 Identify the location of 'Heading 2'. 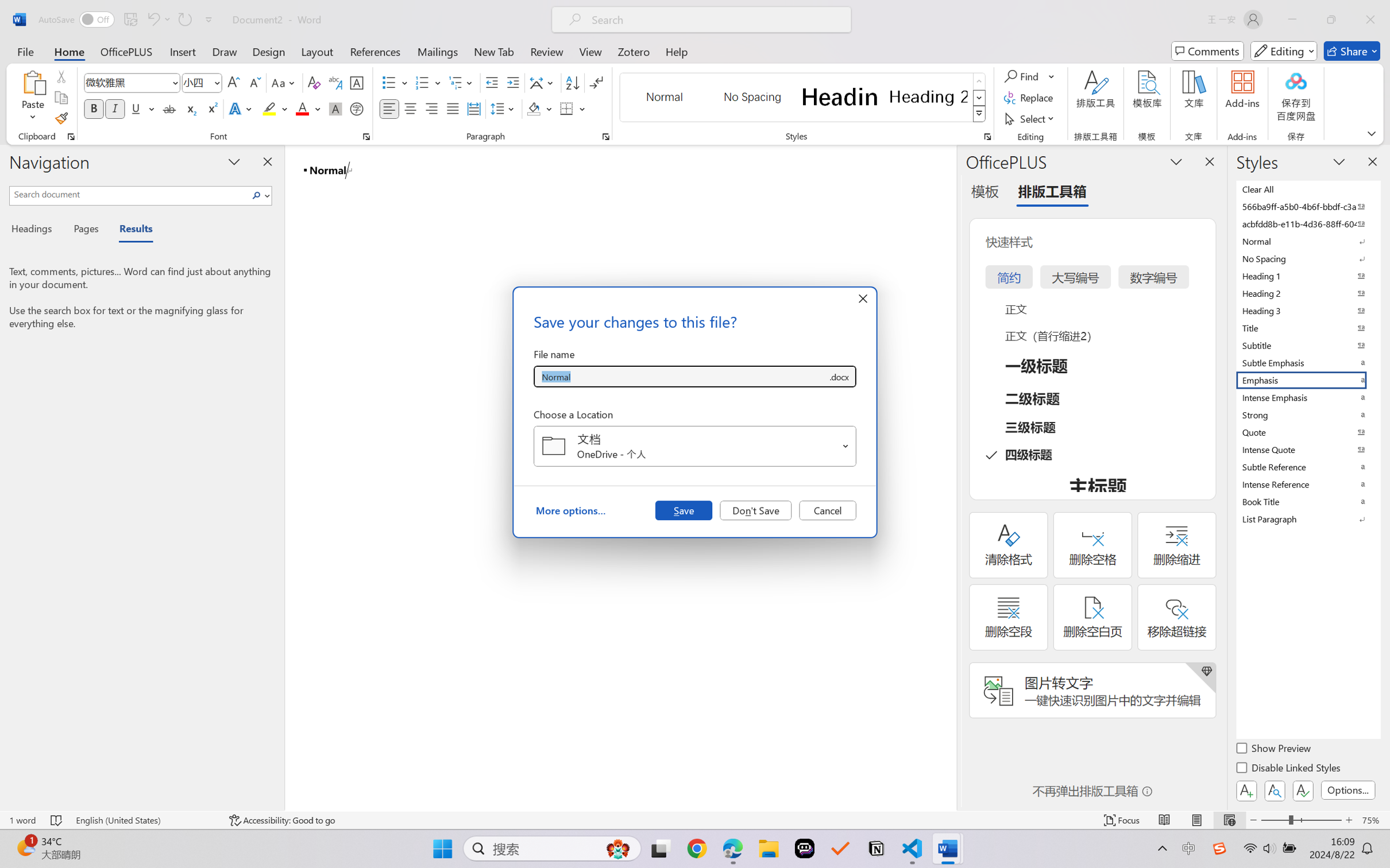
(928, 96).